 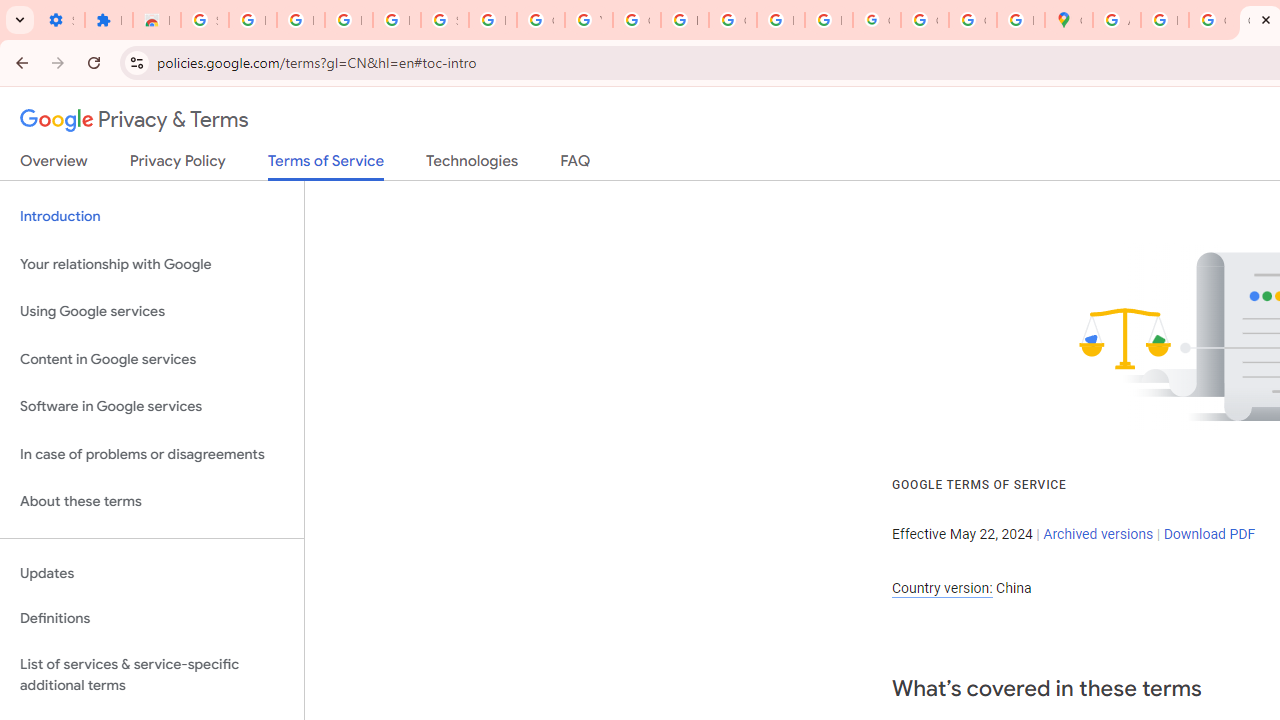 What do you see at coordinates (151, 263) in the screenshot?
I see `'Your relationship with Google'` at bounding box center [151, 263].